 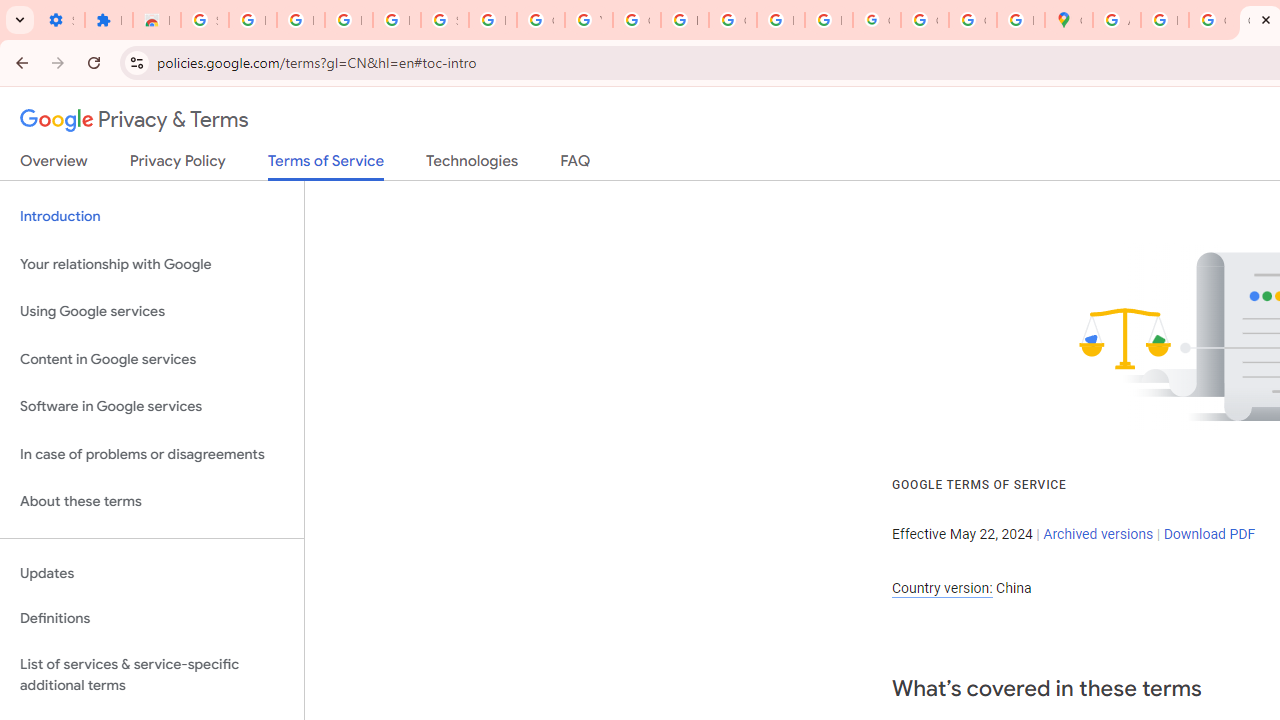 What do you see at coordinates (151, 263) in the screenshot?
I see `'Your relationship with Google'` at bounding box center [151, 263].